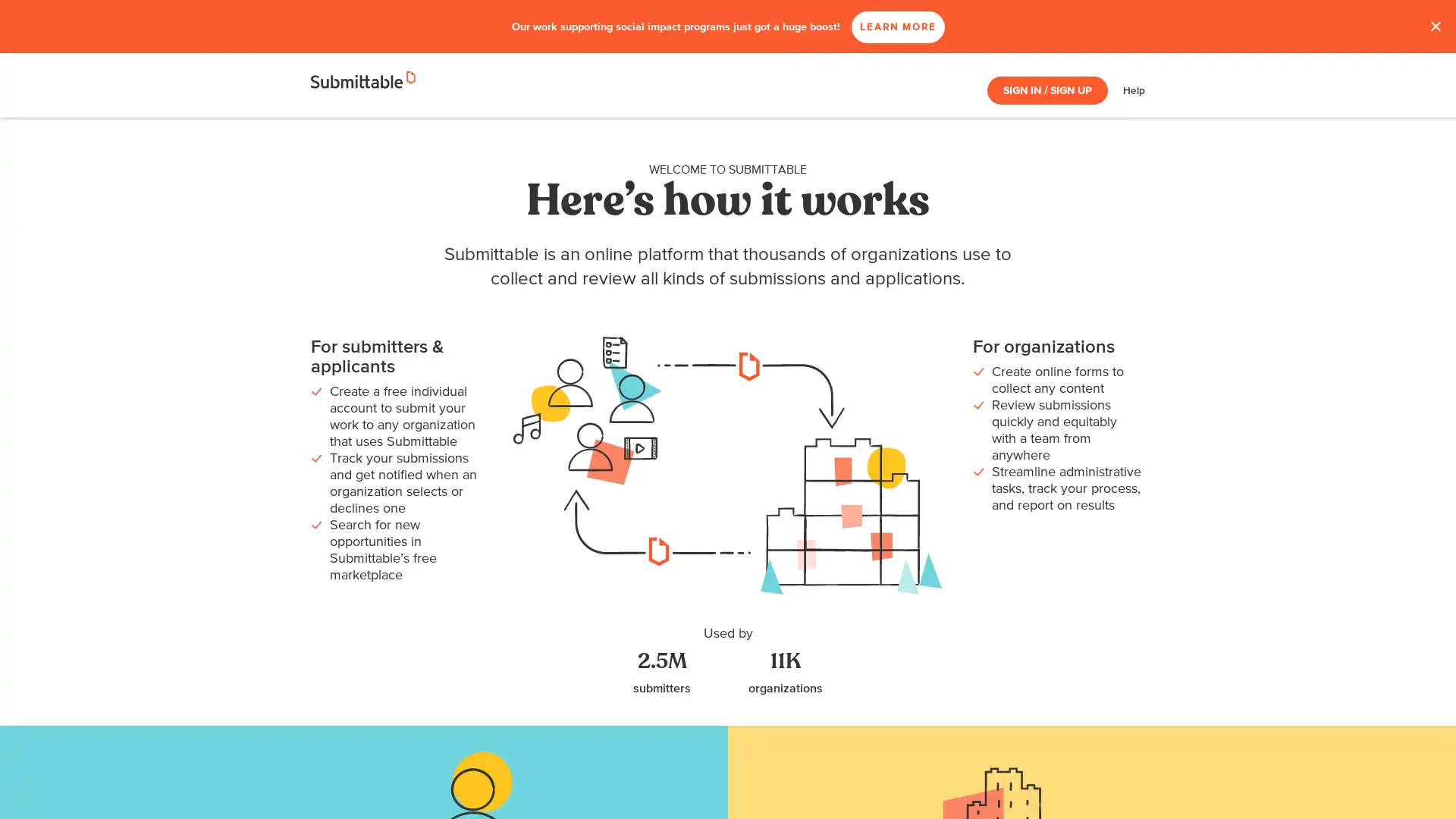  What do you see at coordinates (1046, 90) in the screenshot?
I see `SIGN IN / SIGN UP` at bounding box center [1046, 90].